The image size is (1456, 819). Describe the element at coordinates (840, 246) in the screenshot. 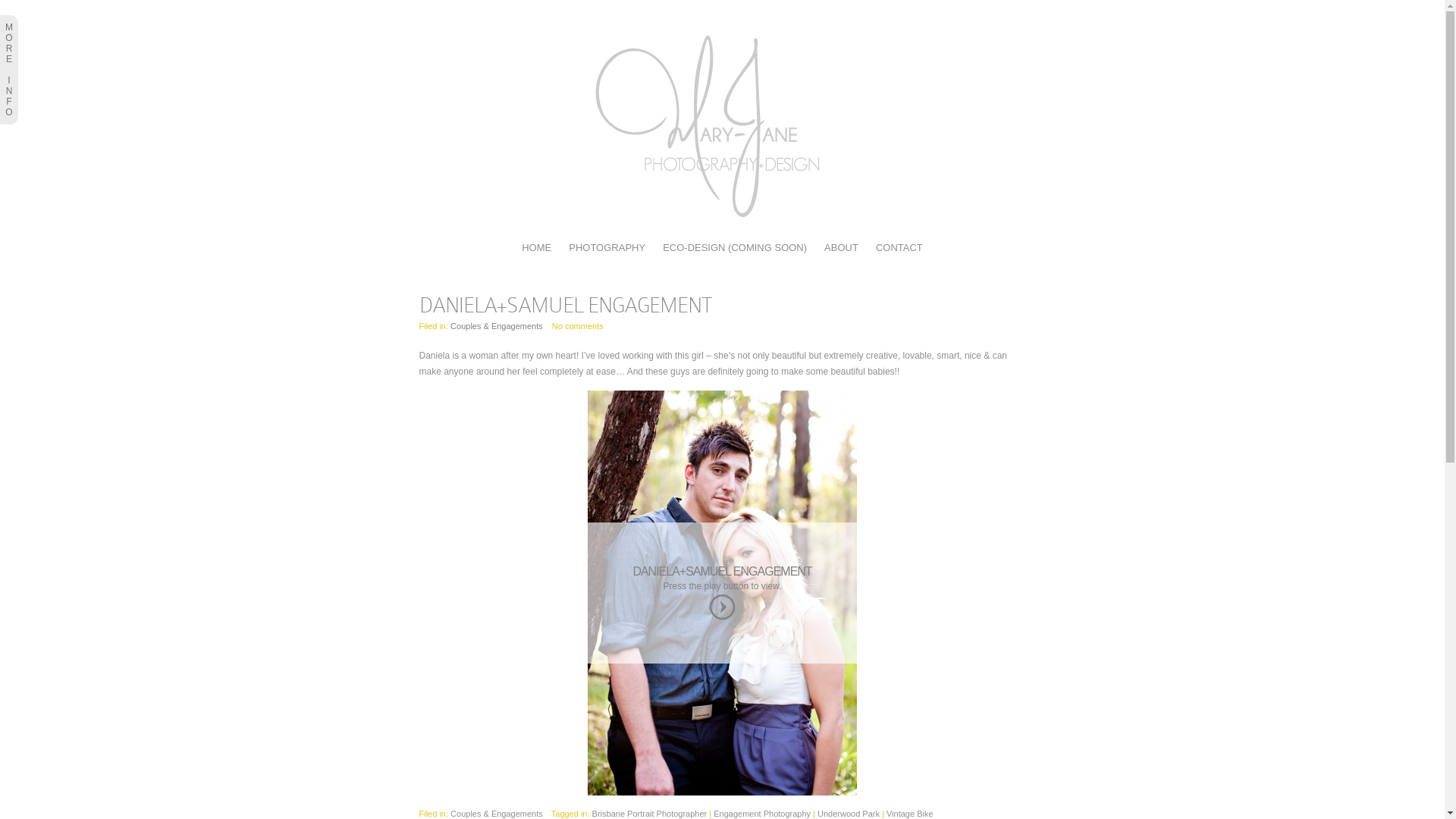

I see `'ABOUT'` at that location.